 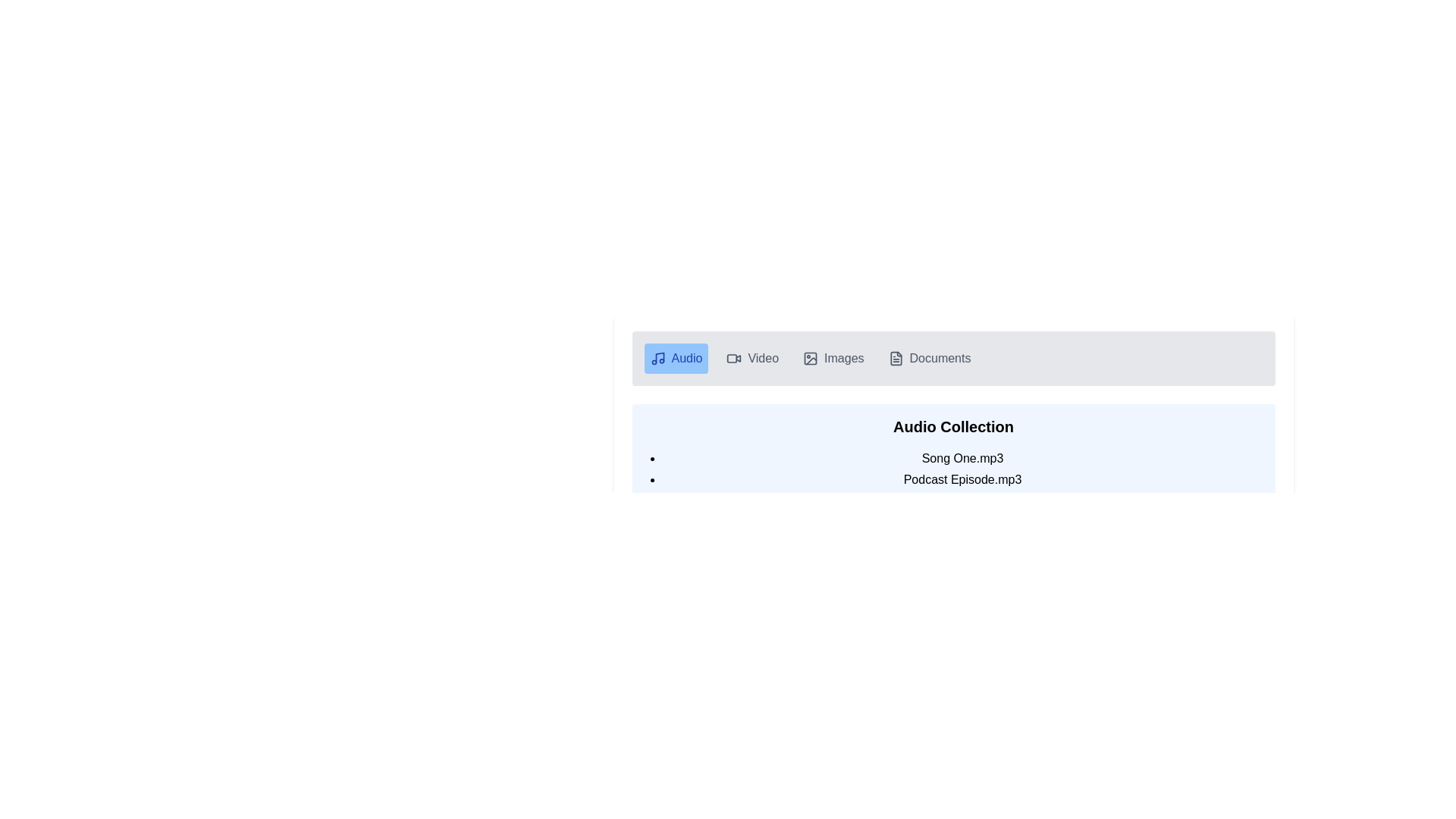 I want to click on the rectangular icon background of the SVG image icon, which serves as the main body and has rounded corners, so click(x=810, y=359).